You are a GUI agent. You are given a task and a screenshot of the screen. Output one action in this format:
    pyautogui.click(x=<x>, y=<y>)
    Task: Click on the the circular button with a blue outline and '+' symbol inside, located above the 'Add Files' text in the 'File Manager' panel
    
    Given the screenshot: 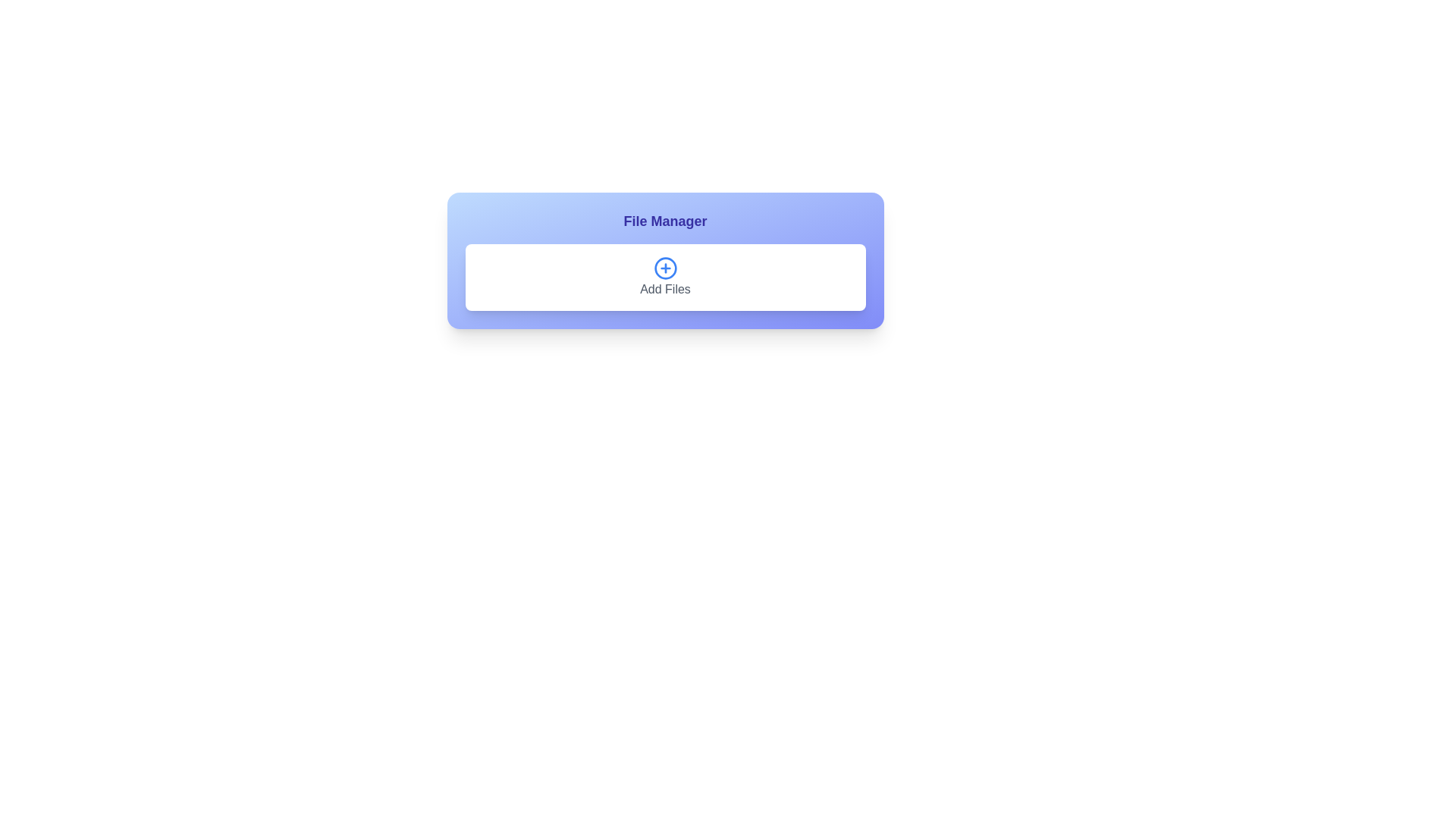 What is the action you would take?
    pyautogui.click(x=665, y=278)
    